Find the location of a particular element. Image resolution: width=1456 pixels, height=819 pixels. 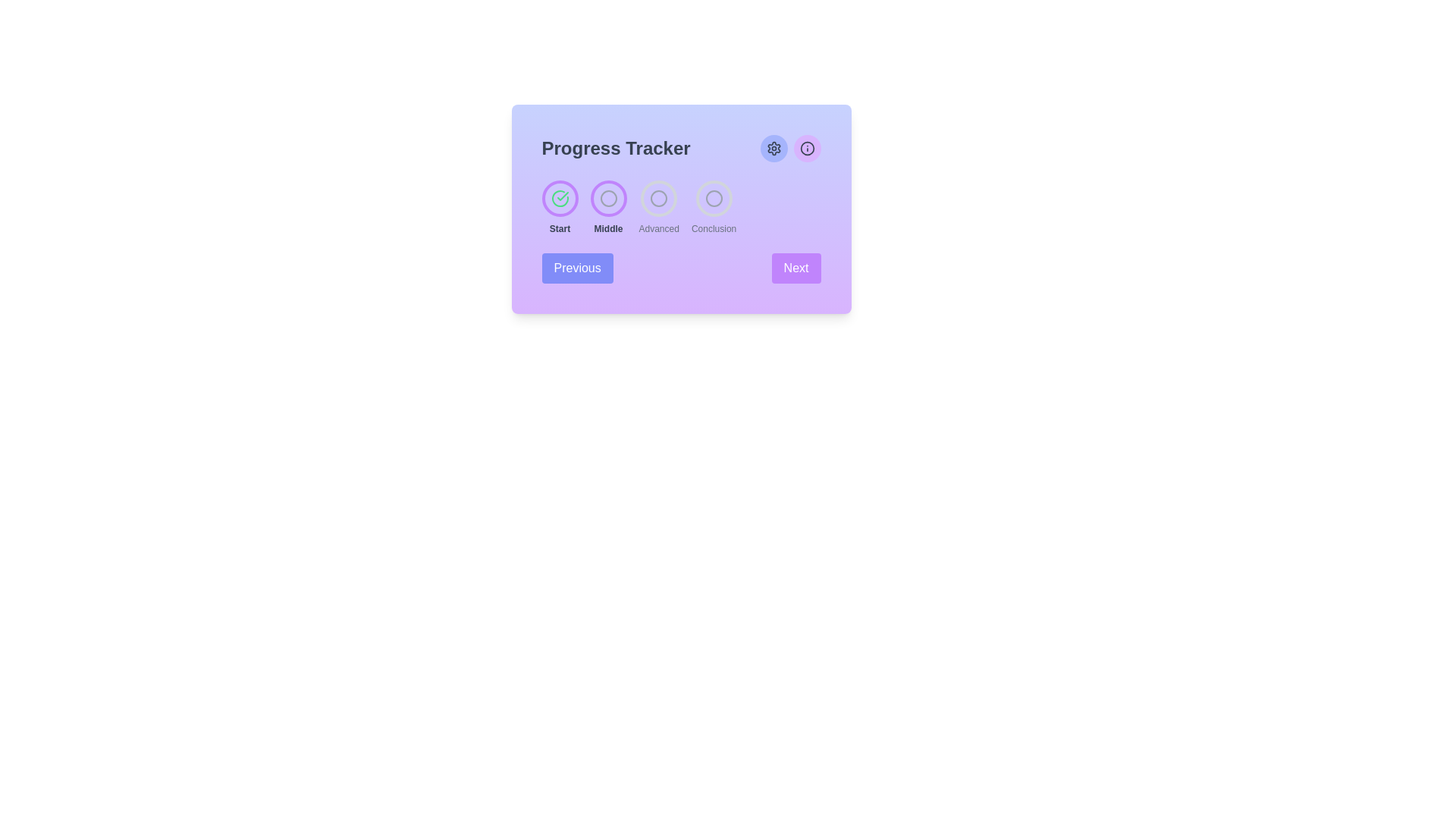

the 'Previous' button with a blue background and white text, located below the 'Progress Tracker' section is located at coordinates (576, 268).